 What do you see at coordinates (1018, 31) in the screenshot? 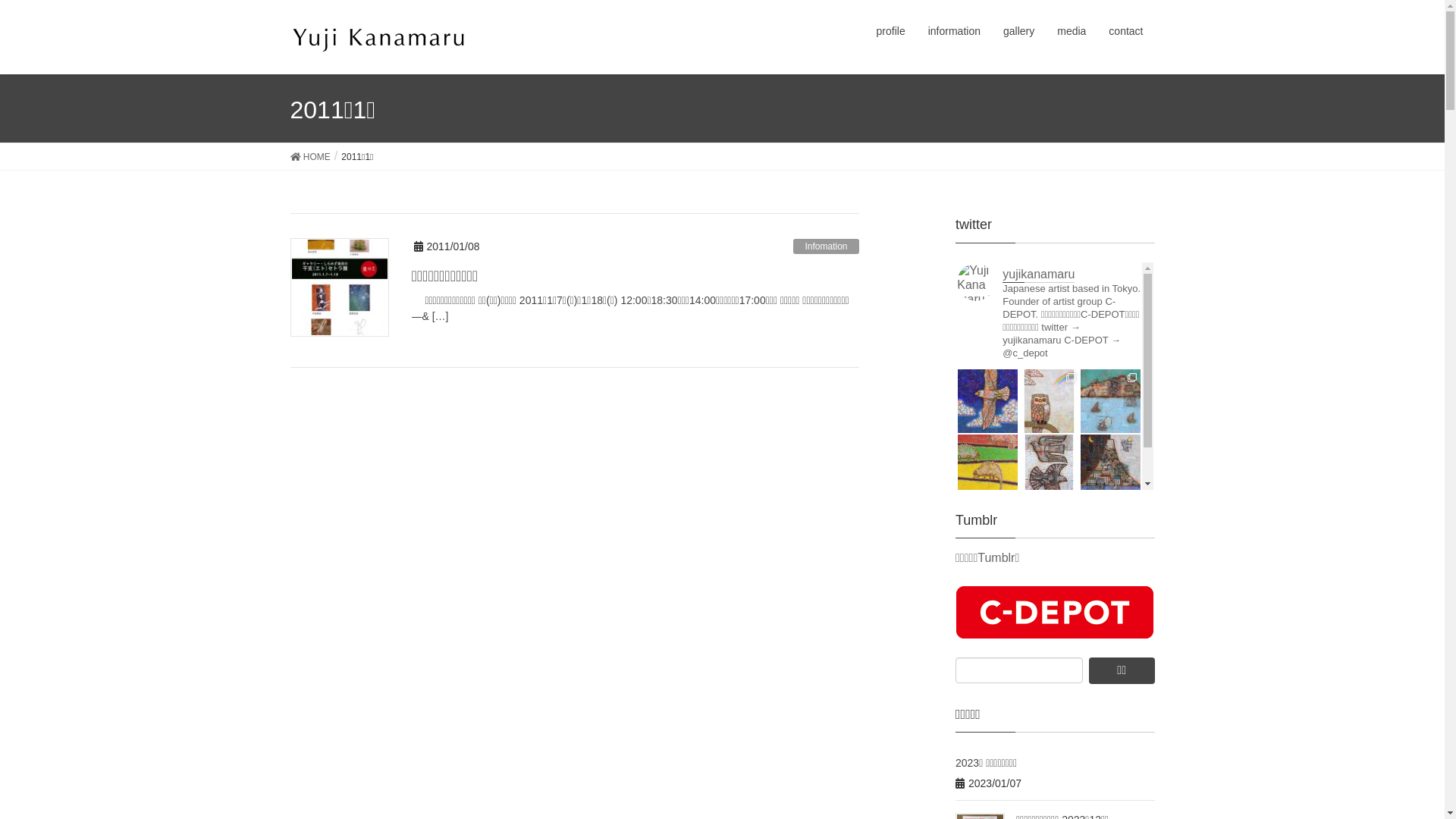
I see `'gallery'` at bounding box center [1018, 31].